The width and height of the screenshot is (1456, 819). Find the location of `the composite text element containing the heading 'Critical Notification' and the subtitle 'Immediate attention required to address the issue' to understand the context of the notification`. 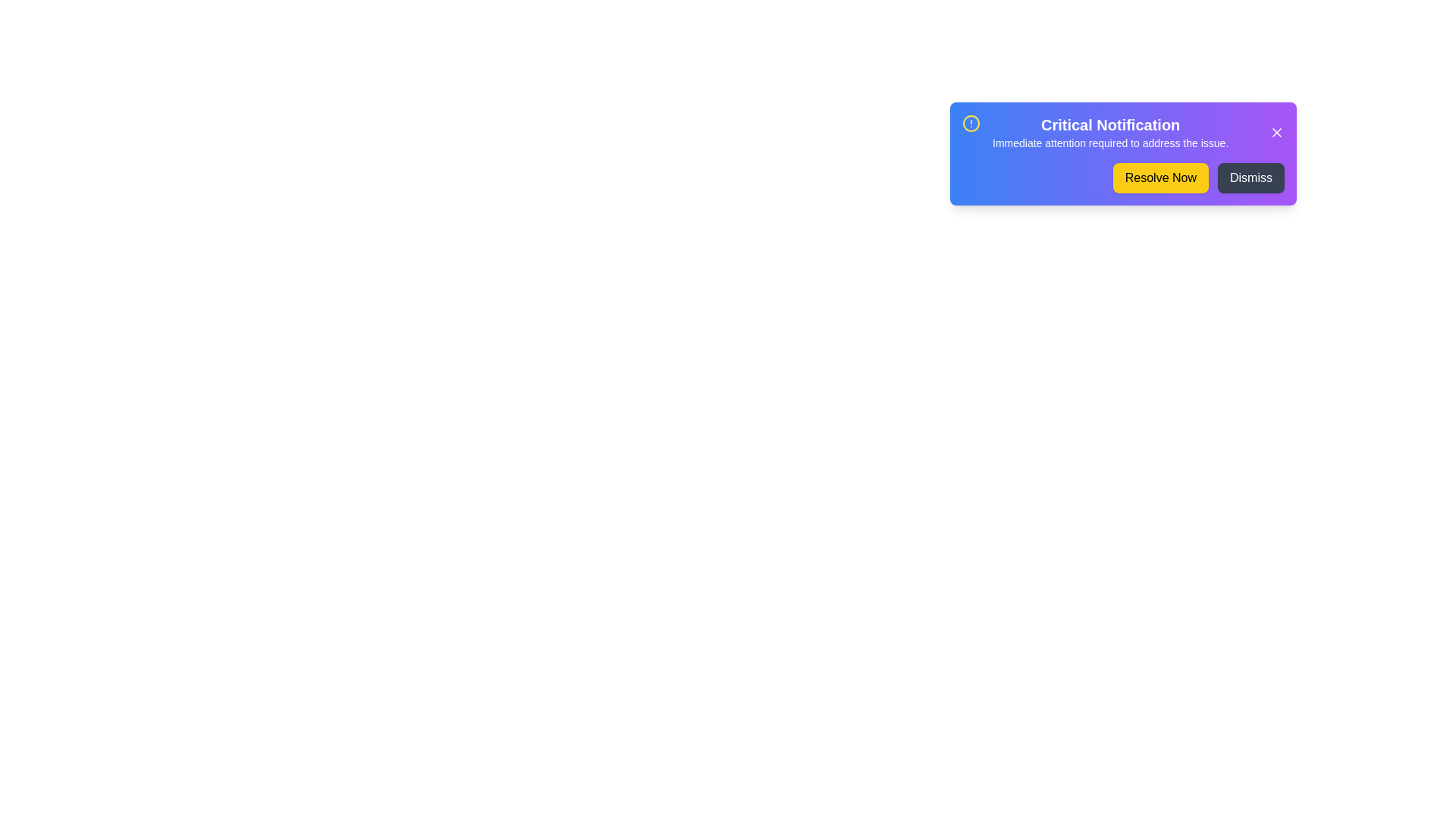

the composite text element containing the heading 'Critical Notification' and the subtitle 'Immediate attention required to address the issue' to understand the context of the notification is located at coordinates (1110, 131).